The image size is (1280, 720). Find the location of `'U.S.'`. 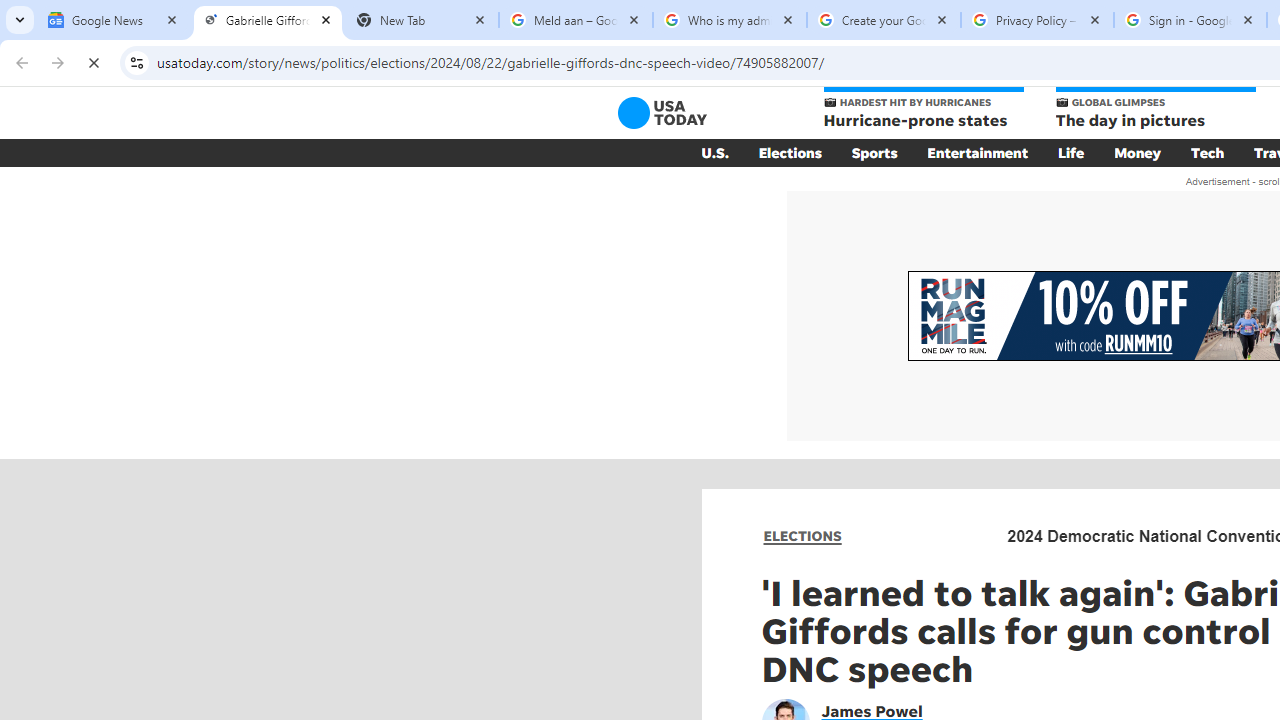

'U.S.' is located at coordinates (714, 152).